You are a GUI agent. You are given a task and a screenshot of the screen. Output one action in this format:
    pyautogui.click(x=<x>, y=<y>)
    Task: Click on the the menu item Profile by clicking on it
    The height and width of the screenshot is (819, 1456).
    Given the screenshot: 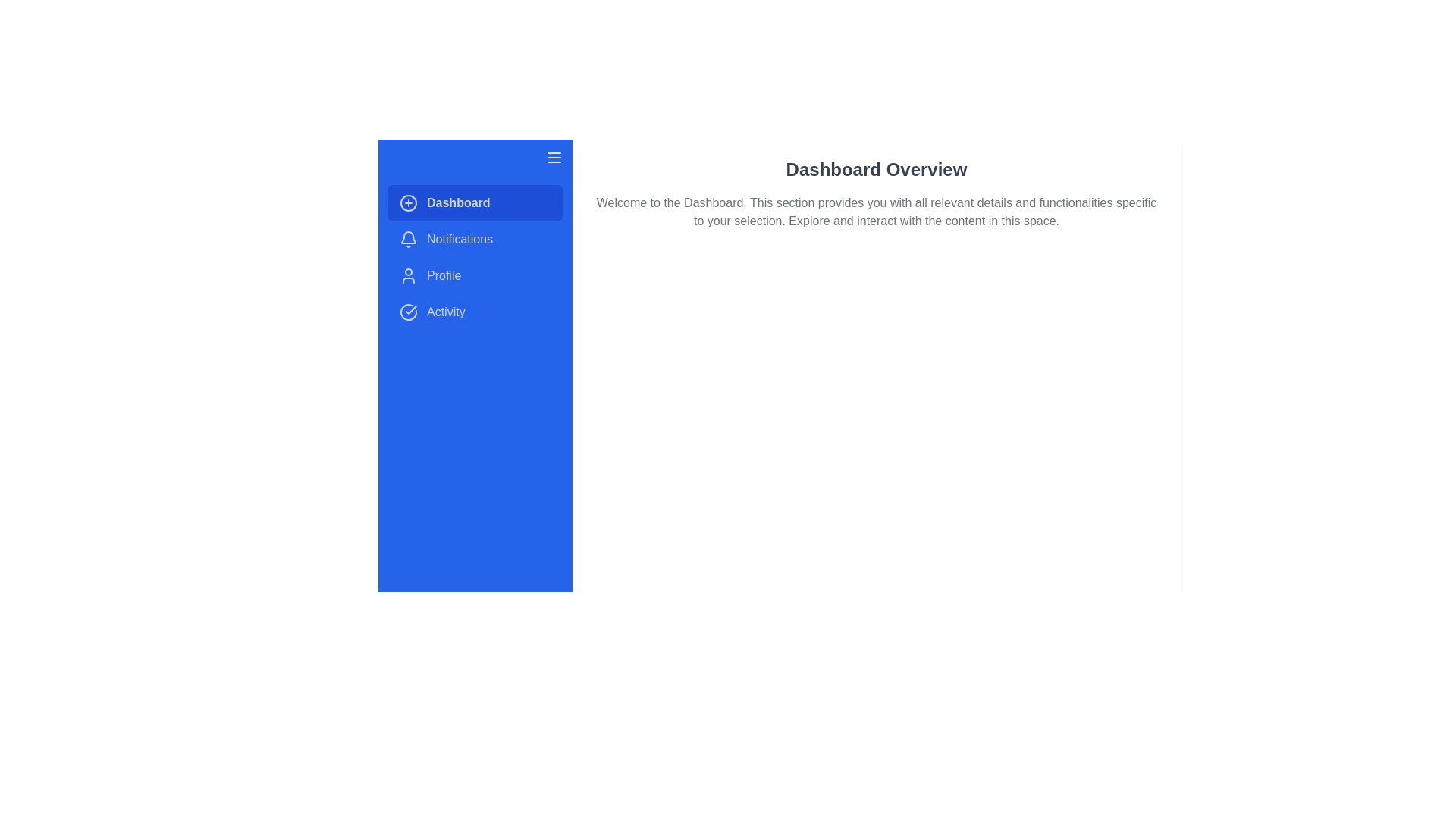 What is the action you would take?
    pyautogui.click(x=475, y=275)
    